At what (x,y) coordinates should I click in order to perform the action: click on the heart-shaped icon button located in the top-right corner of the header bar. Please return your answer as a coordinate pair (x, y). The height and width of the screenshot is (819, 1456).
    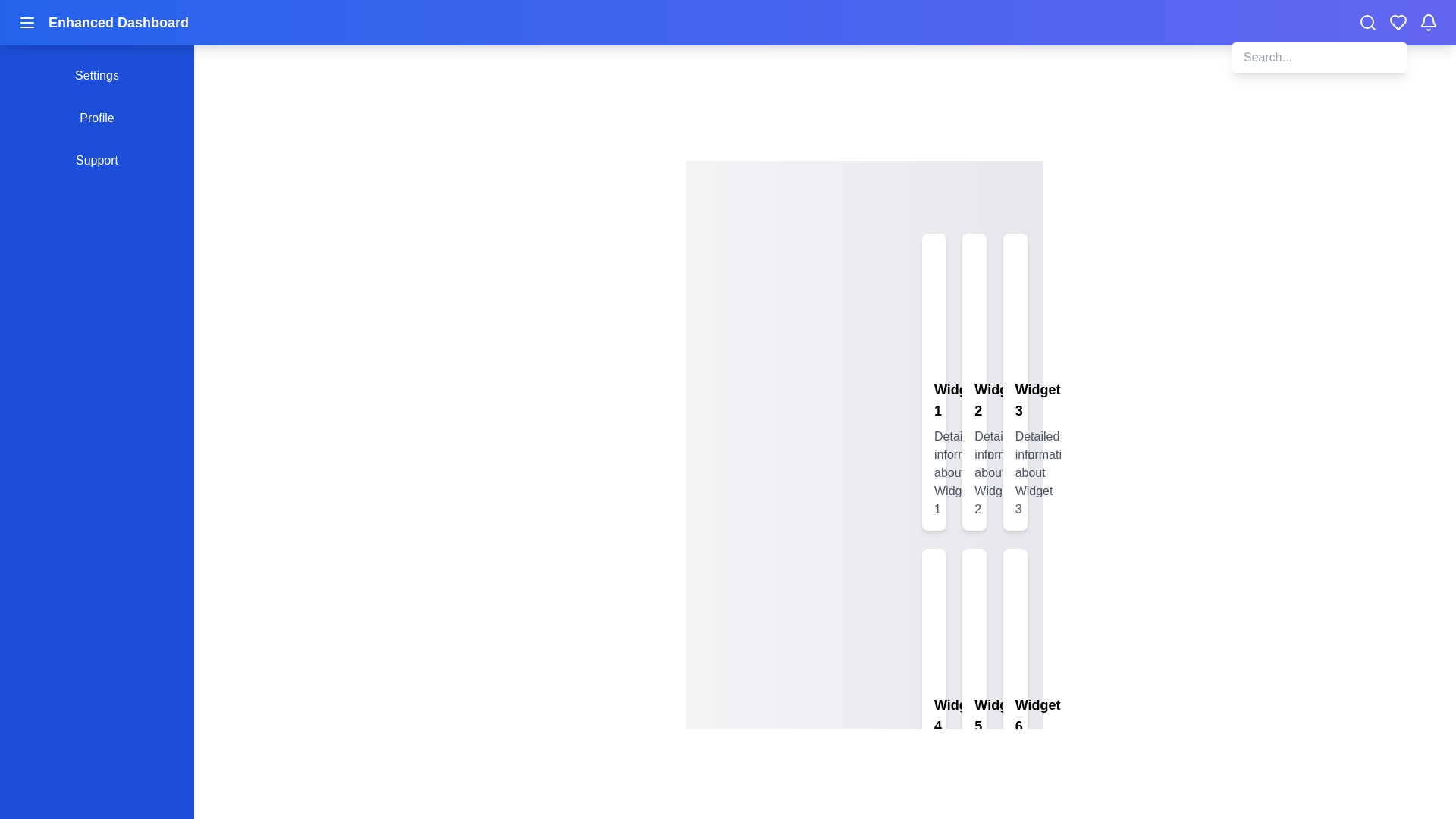
    Looking at the image, I should click on (1397, 23).